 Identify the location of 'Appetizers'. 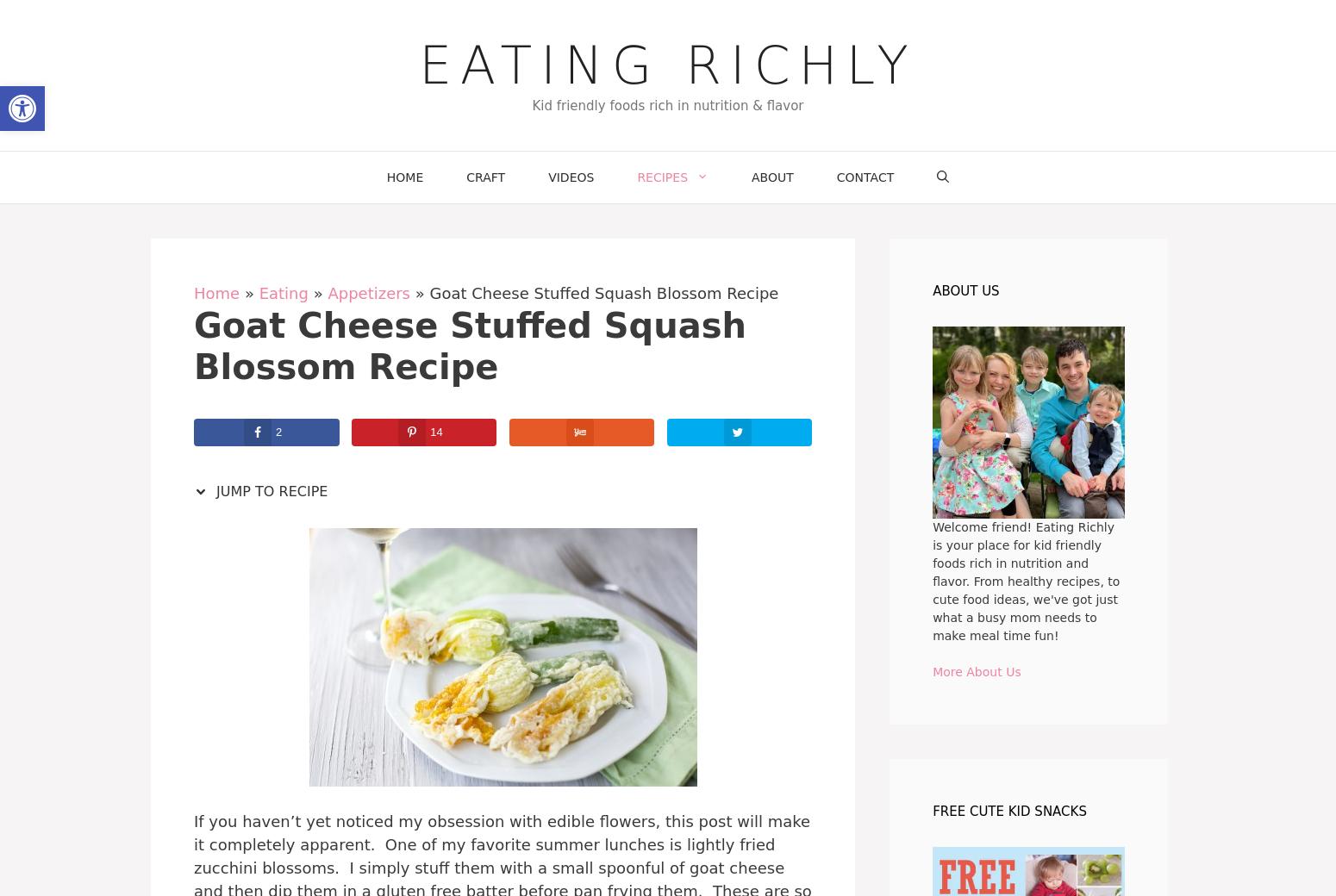
(327, 291).